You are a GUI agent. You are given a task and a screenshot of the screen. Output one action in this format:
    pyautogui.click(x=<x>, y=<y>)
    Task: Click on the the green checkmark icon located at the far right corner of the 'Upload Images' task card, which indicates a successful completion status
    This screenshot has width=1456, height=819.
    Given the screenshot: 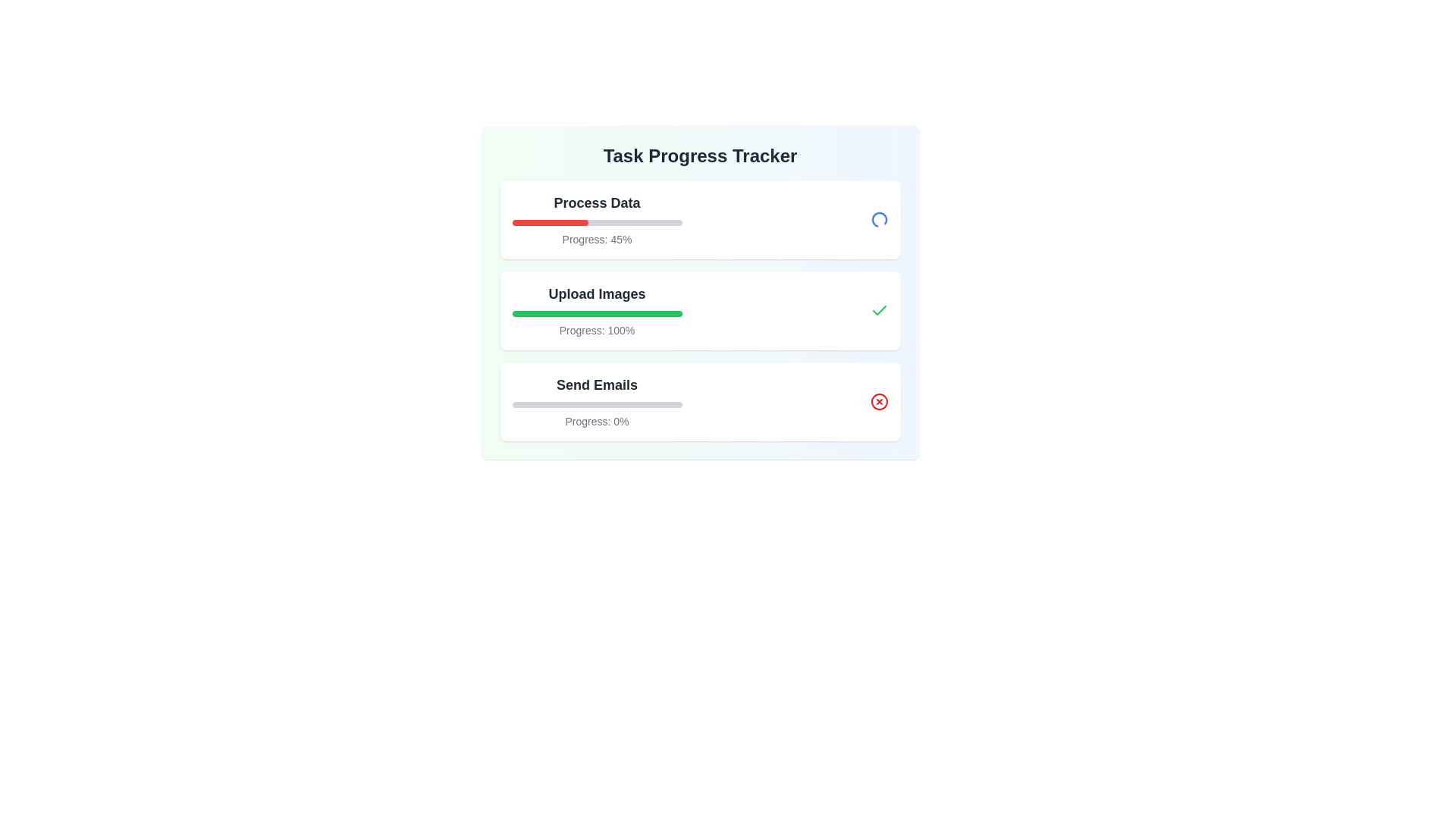 What is the action you would take?
    pyautogui.click(x=879, y=309)
    